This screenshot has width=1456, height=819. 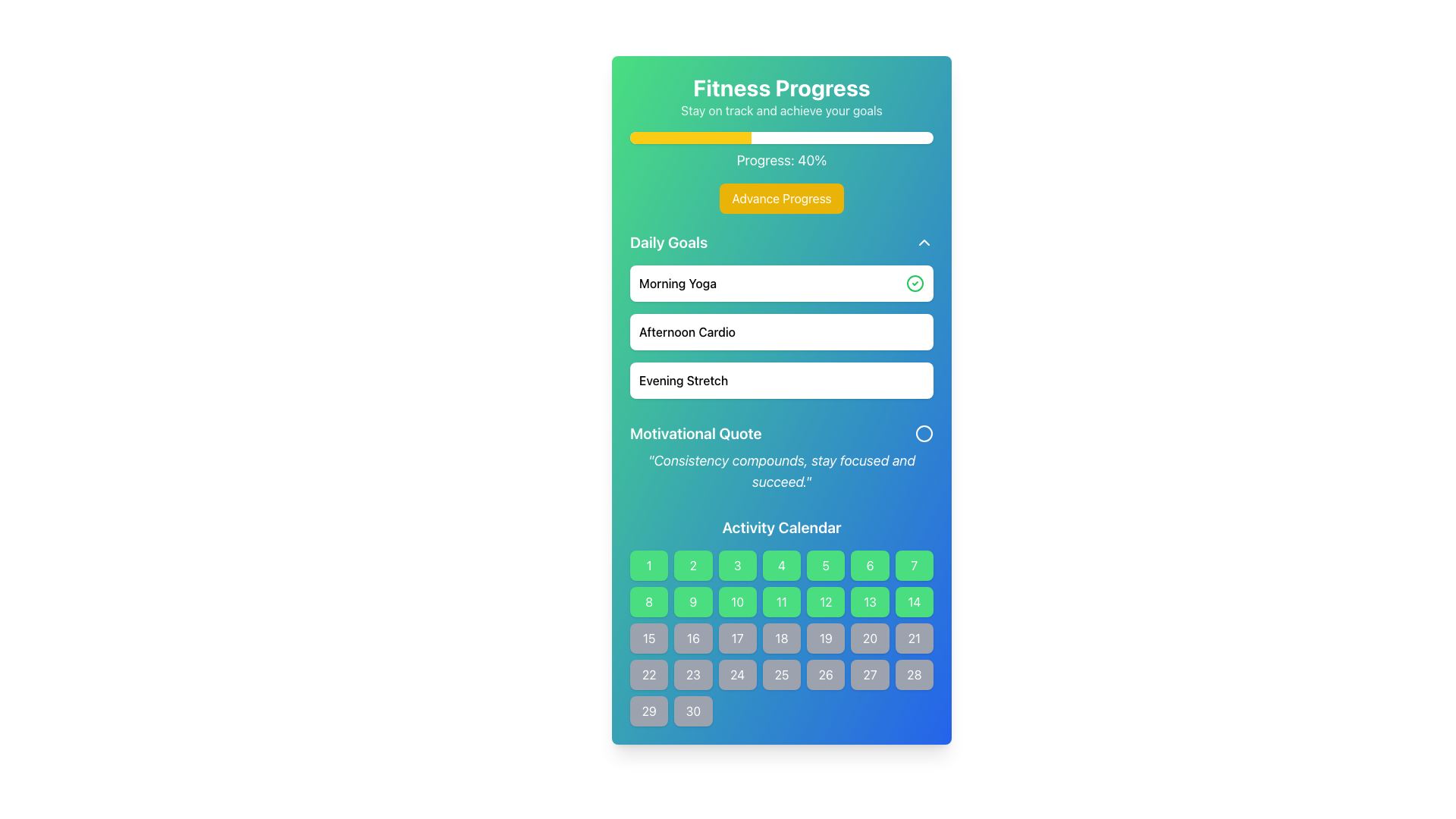 I want to click on the Calendar grid item displaying the number '17' in white text on a grey background, located in the third row and third column of the 'Activity Calendar' section, so click(x=737, y=638).